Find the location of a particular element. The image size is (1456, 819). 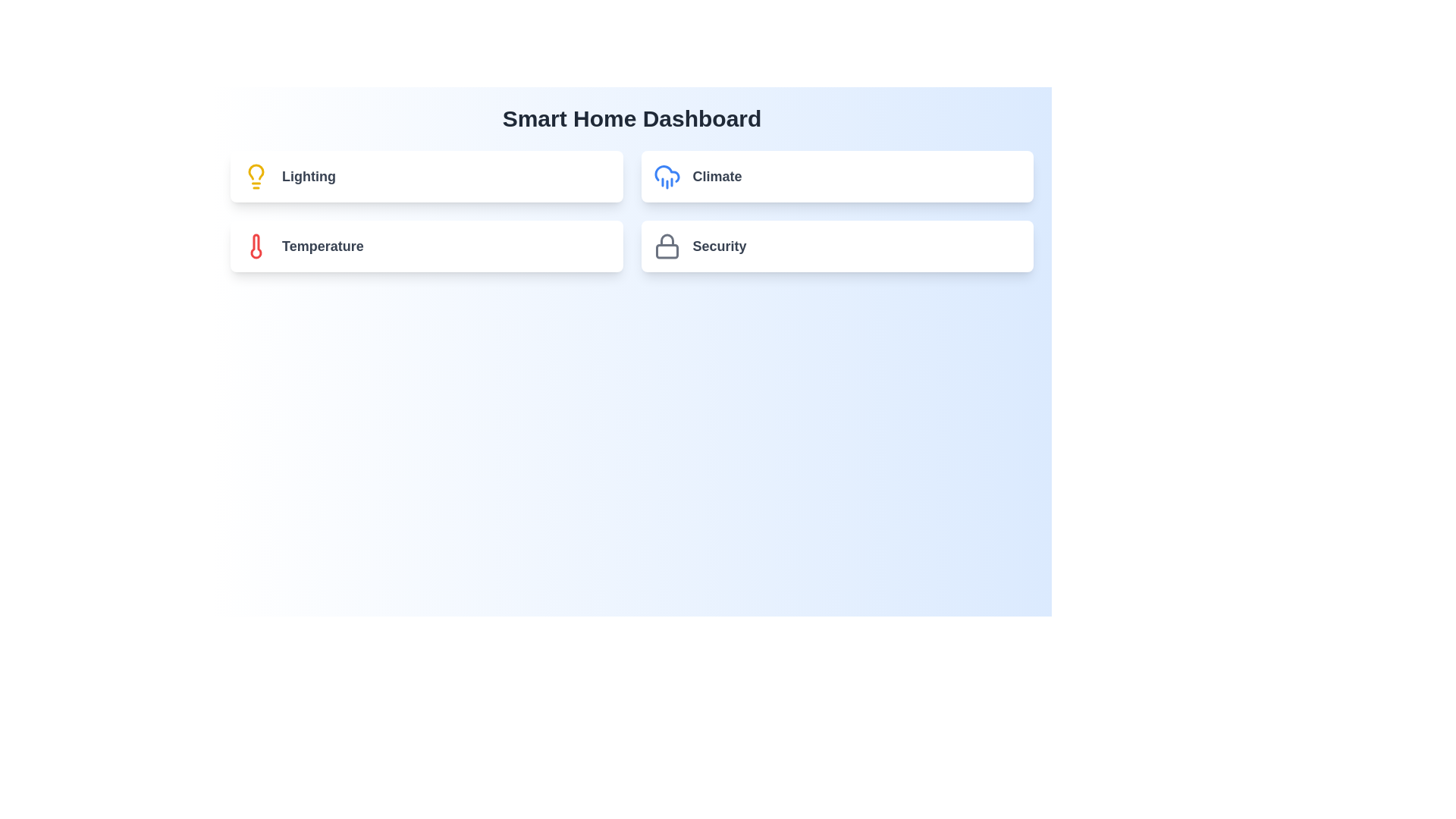

the lighting icon in the top-left corner of the 'Lighting' card that symbolizes lighting features is located at coordinates (256, 175).